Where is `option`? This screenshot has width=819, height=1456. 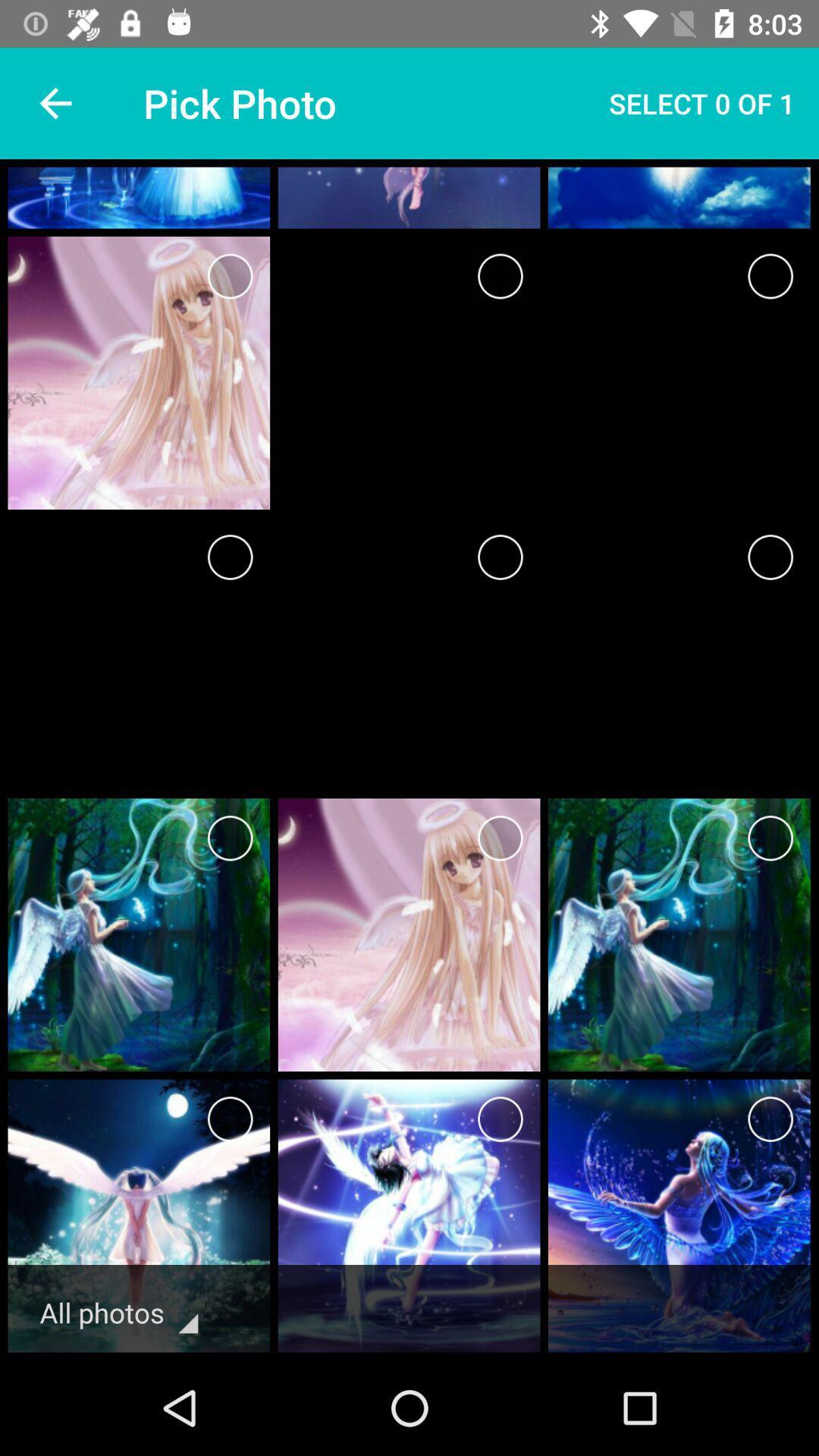 option is located at coordinates (230, 837).